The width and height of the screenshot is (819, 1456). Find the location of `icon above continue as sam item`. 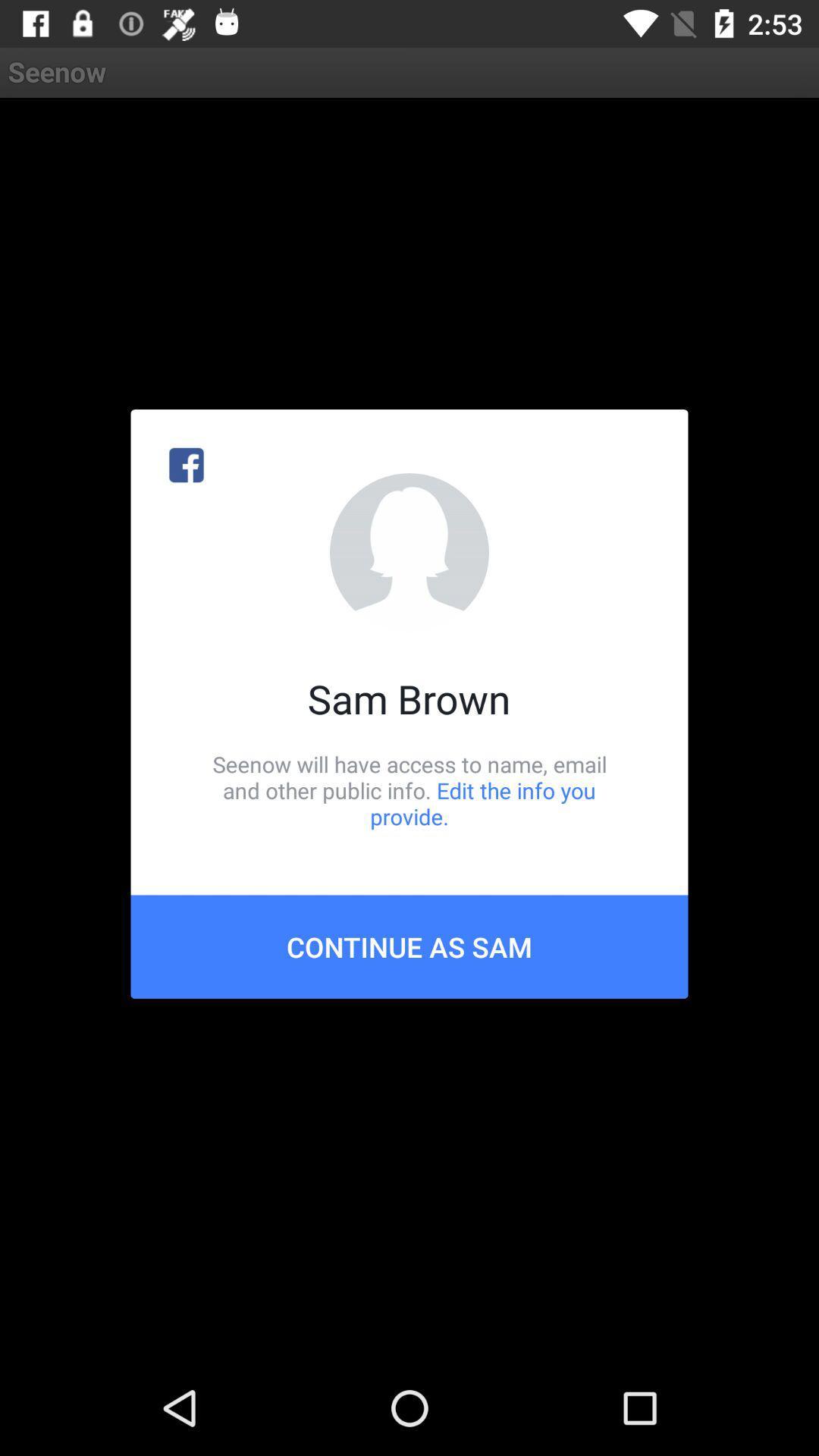

icon above continue as sam item is located at coordinates (409, 789).